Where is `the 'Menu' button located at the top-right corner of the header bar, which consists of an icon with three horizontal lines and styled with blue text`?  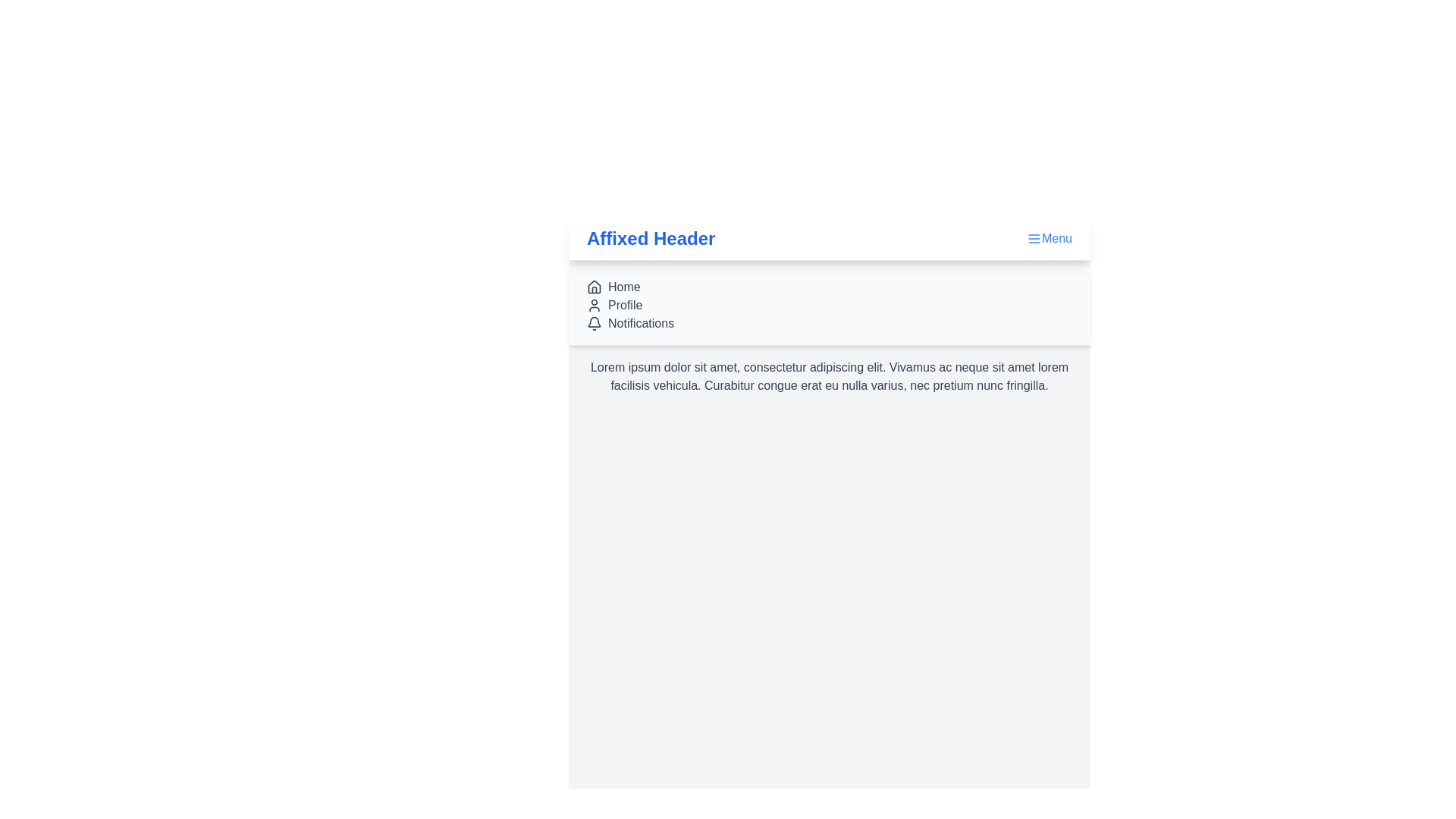 the 'Menu' button located at the top-right corner of the header bar, which consists of an icon with three horizontal lines and styled with blue text is located at coordinates (1048, 239).